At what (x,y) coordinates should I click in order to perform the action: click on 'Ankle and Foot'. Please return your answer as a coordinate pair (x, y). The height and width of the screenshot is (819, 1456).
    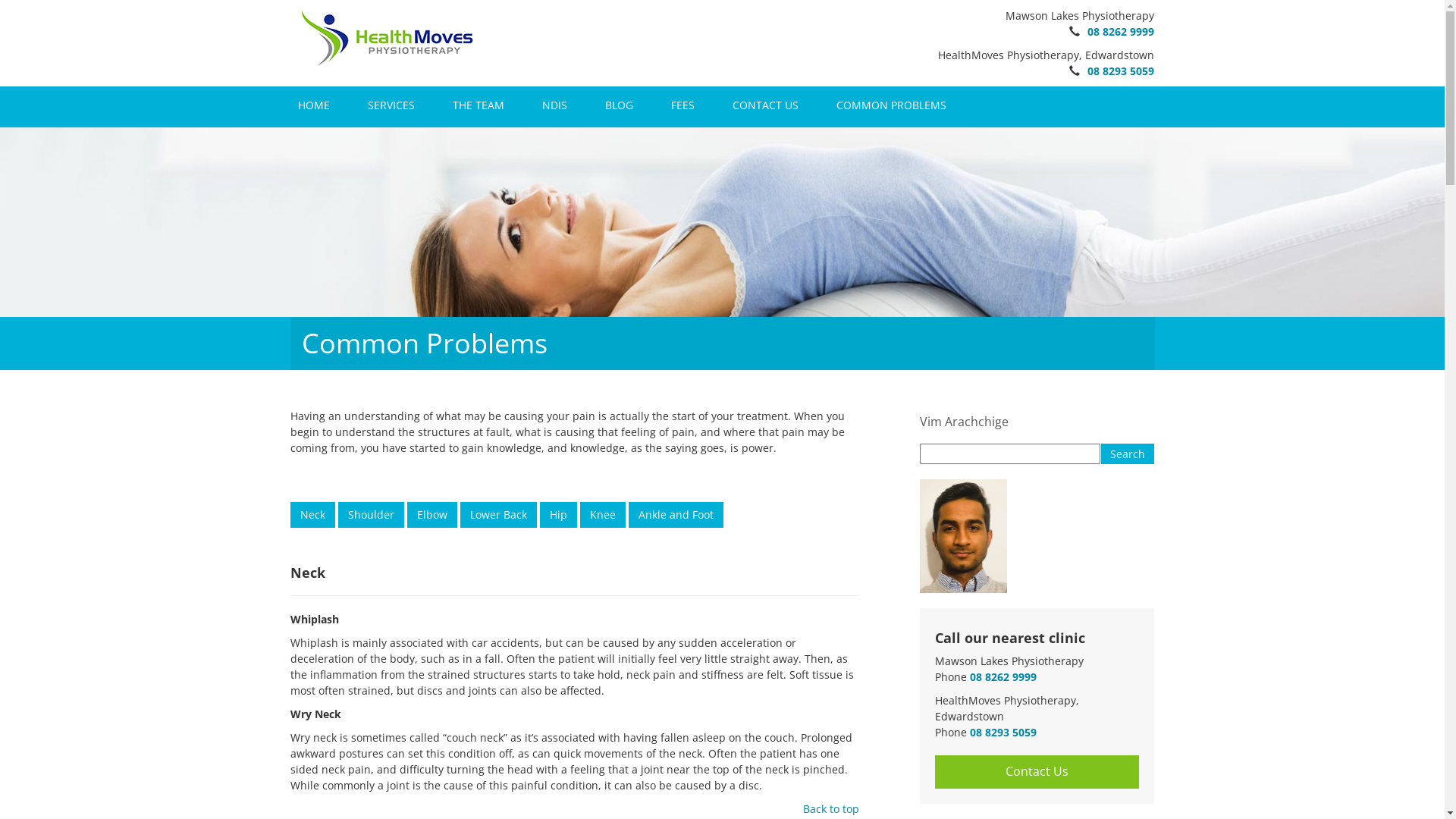
    Looking at the image, I should click on (674, 505).